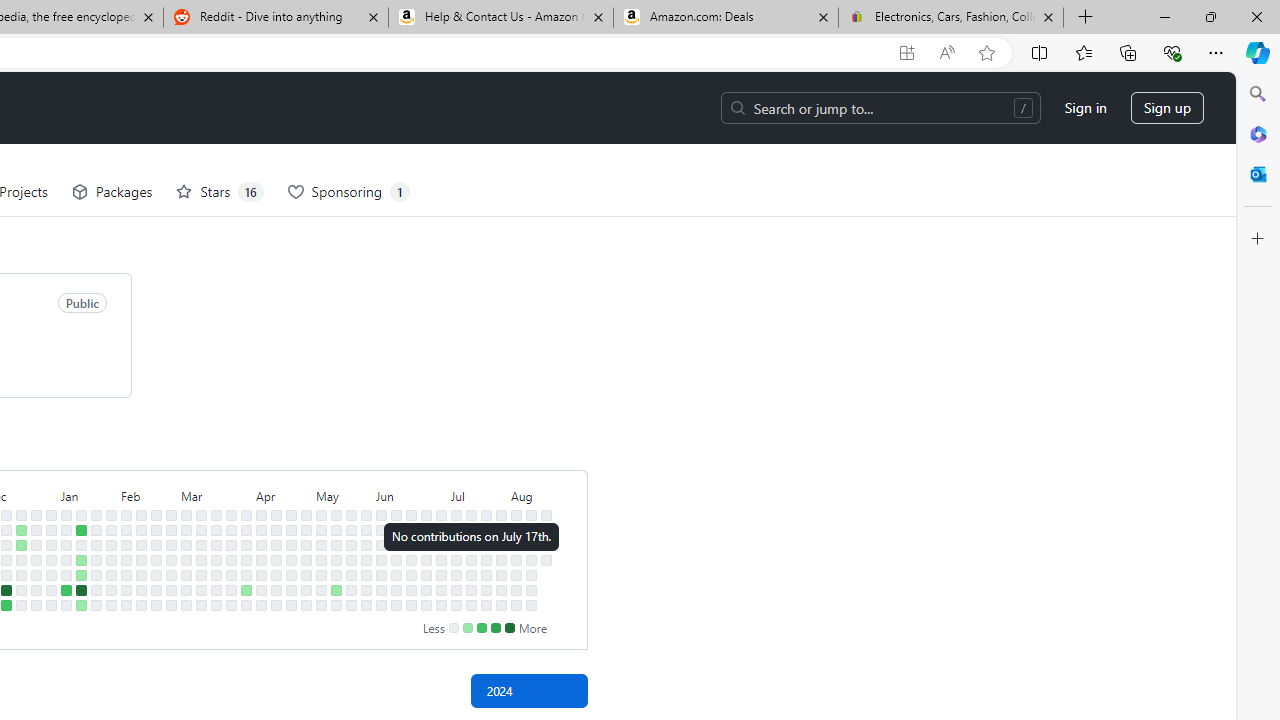 This screenshot has height=720, width=1280. What do you see at coordinates (260, 604) in the screenshot?
I see `'No contributions on April 13th.'` at bounding box center [260, 604].